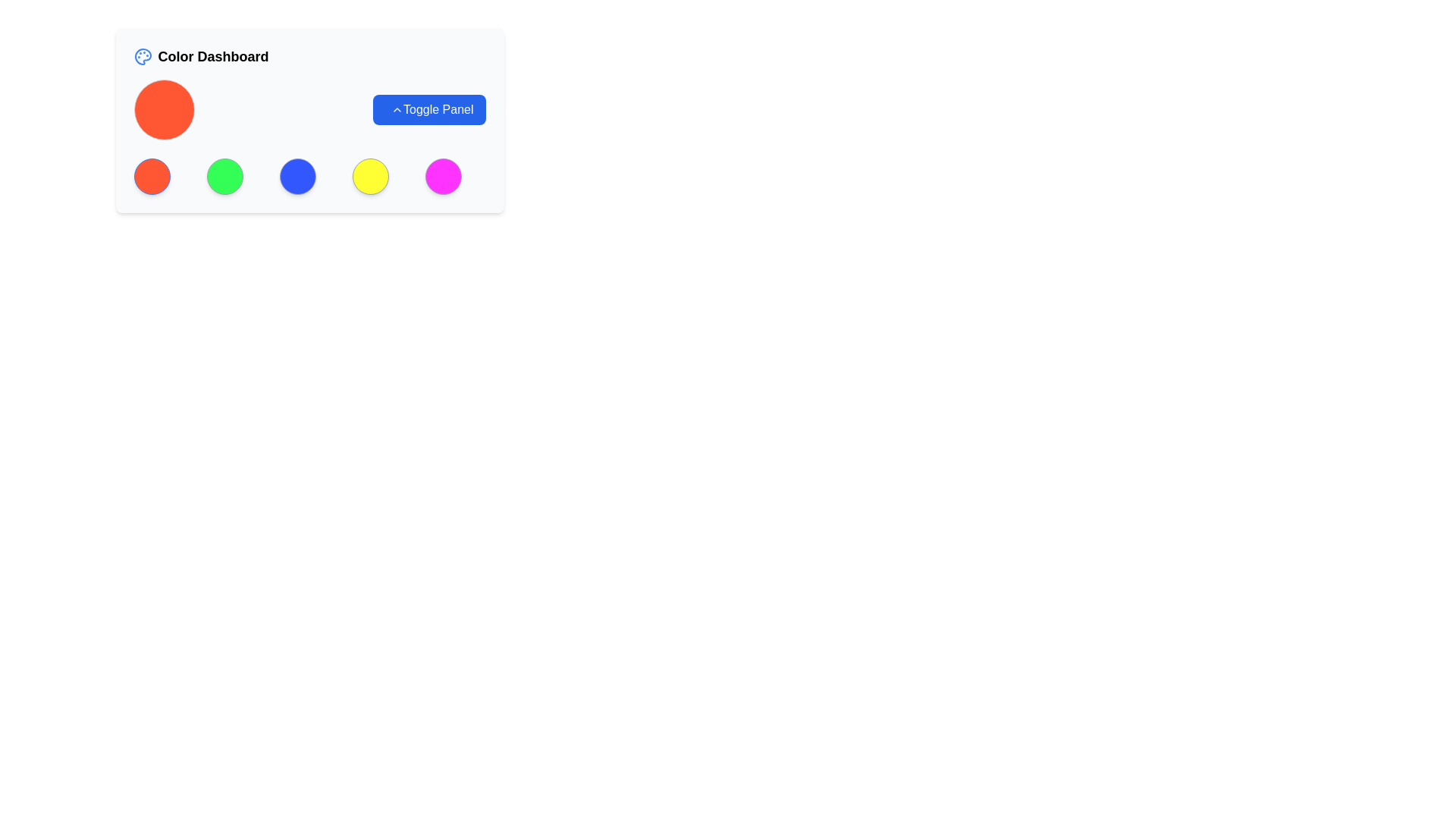 Image resolution: width=1456 pixels, height=819 pixels. What do you see at coordinates (224, 175) in the screenshot?
I see `the second circular button in the row of five, located below the 'Color Dashboard' title` at bounding box center [224, 175].